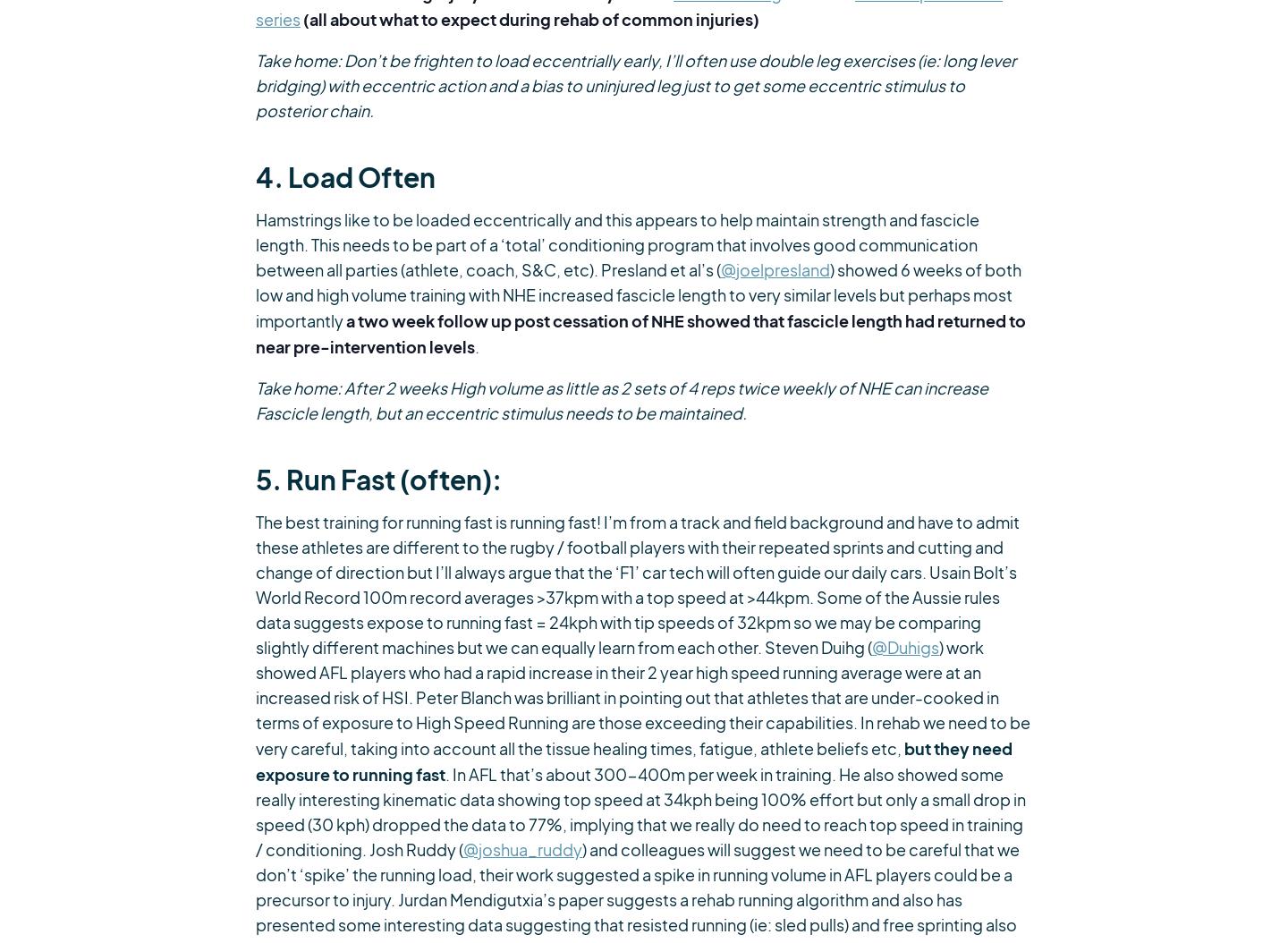 The height and width of the screenshot is (943, 1288). Describe the element at coordinates (634, 760) in the screenshot. I see `'but they need exposure to running fast'` at that location.